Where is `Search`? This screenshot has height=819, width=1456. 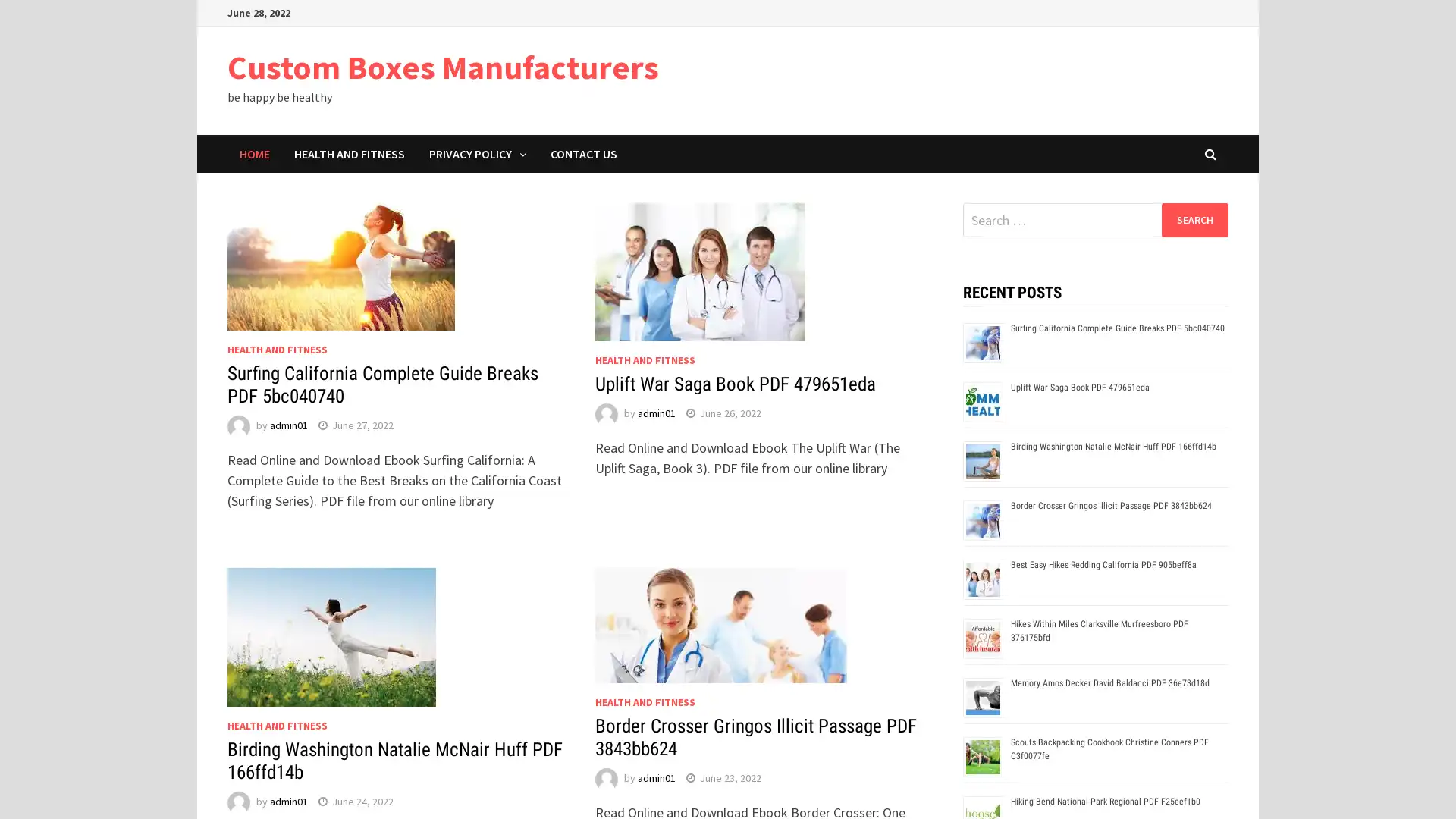
Search is located at coordinates (1194, 219).